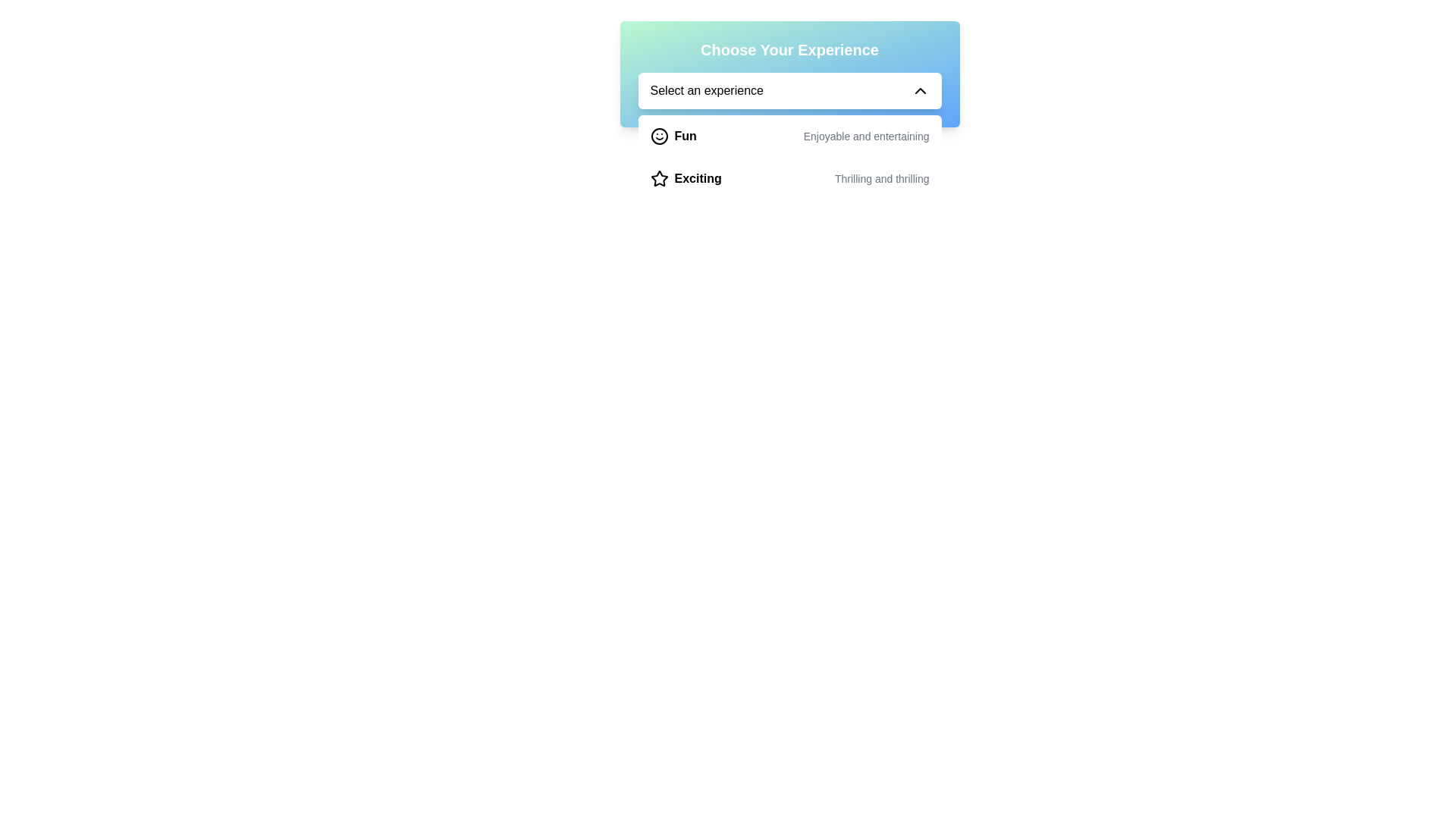 This screenshot has height=819, width=1456. Describe the element at coordinates (673, 136) in the screenshot. I see `the selectable list item labeled 'Fun' which includes a smiling face icon and bold text` at that location.